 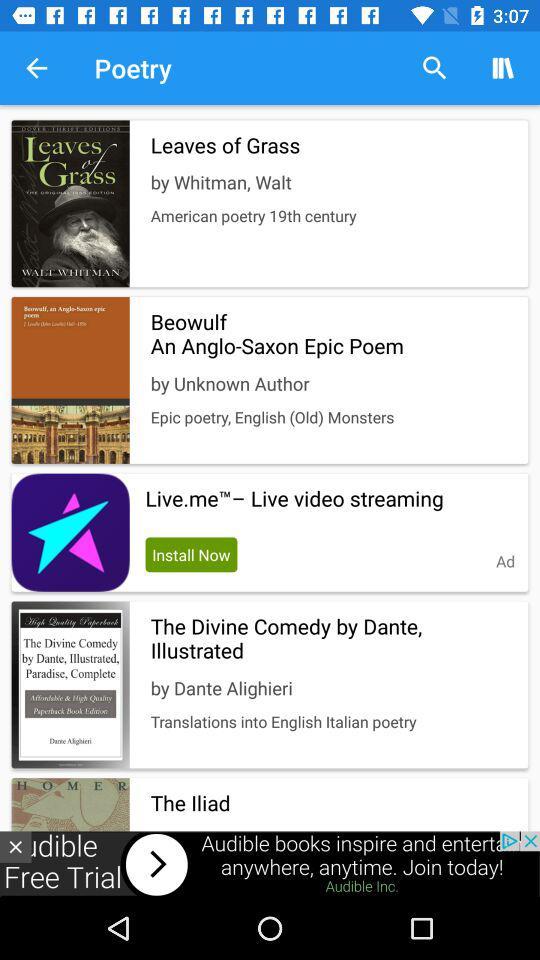 What do you see at coordinates (270, 863) in the screenshot?
I see `advertisement` at bounding box center [270, 863].